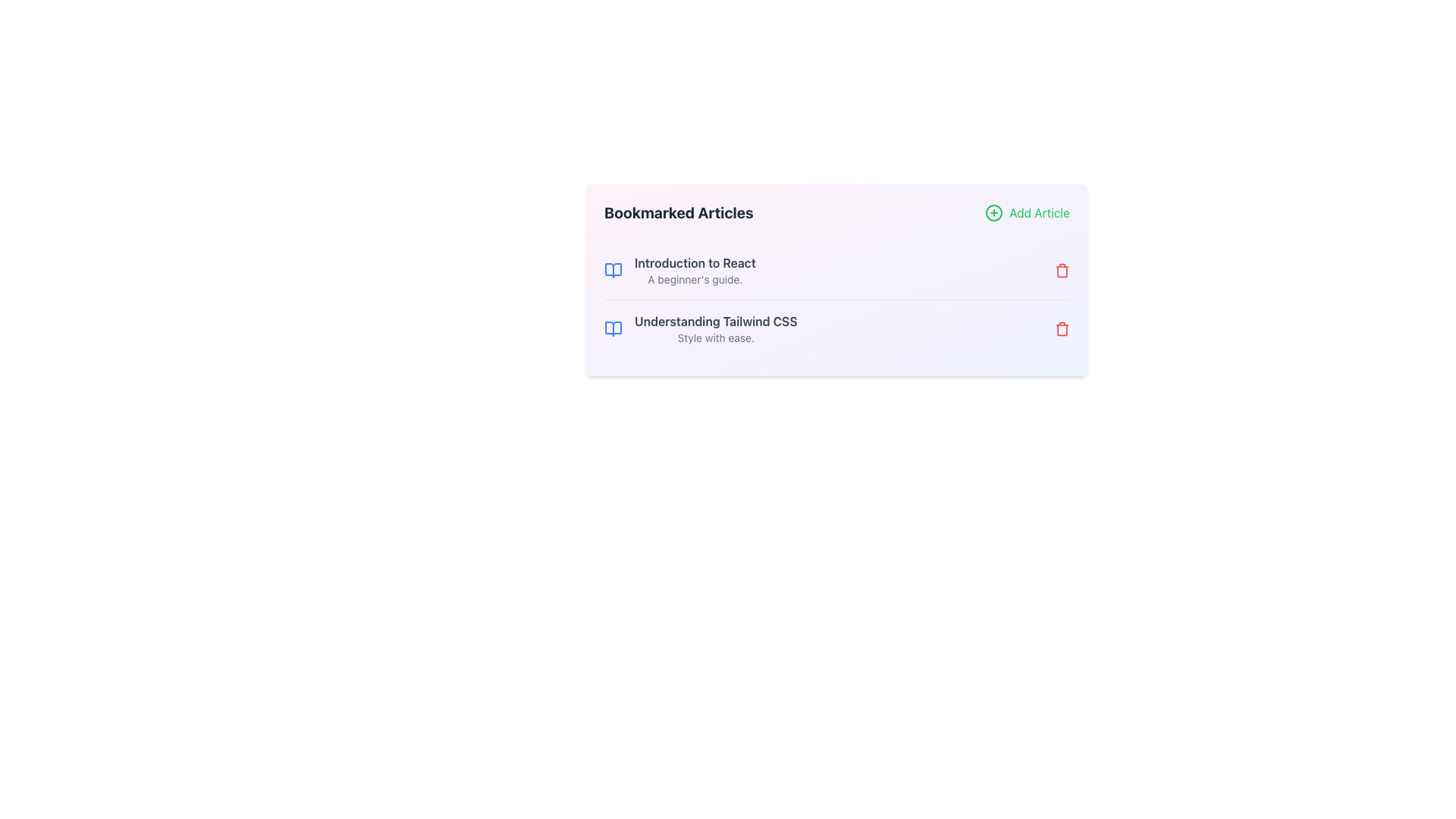 The width and height of the screenshot is (1456, 819). What do you see at coordinates (1027, 213) in the screenshot?
I see `the interactive button for adding a new article to the 'Bookmarked Articles' list` at bounding box center [1027, 213].